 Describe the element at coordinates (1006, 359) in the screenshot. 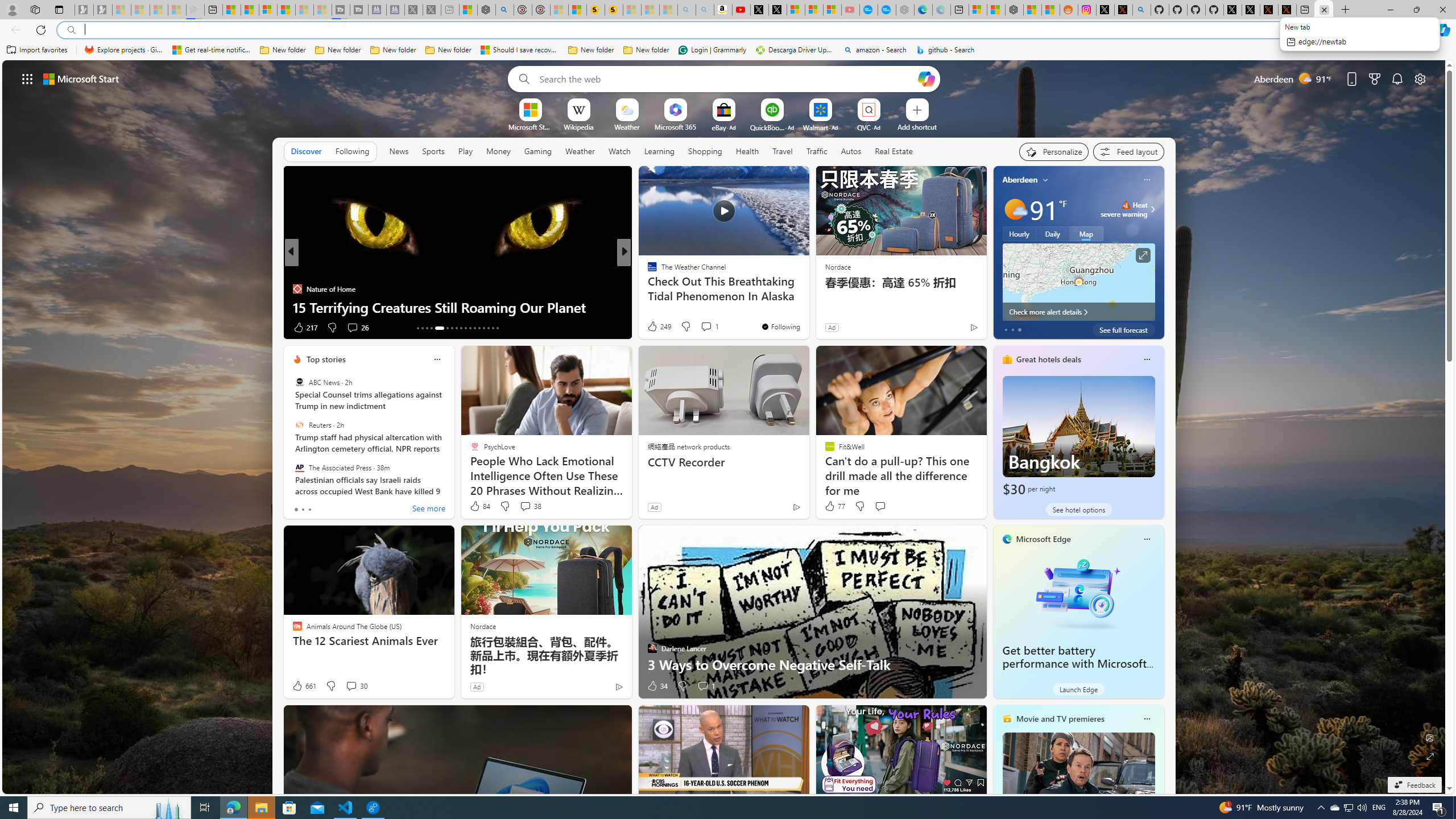

I see `'hotels-header-icon'` at that location.